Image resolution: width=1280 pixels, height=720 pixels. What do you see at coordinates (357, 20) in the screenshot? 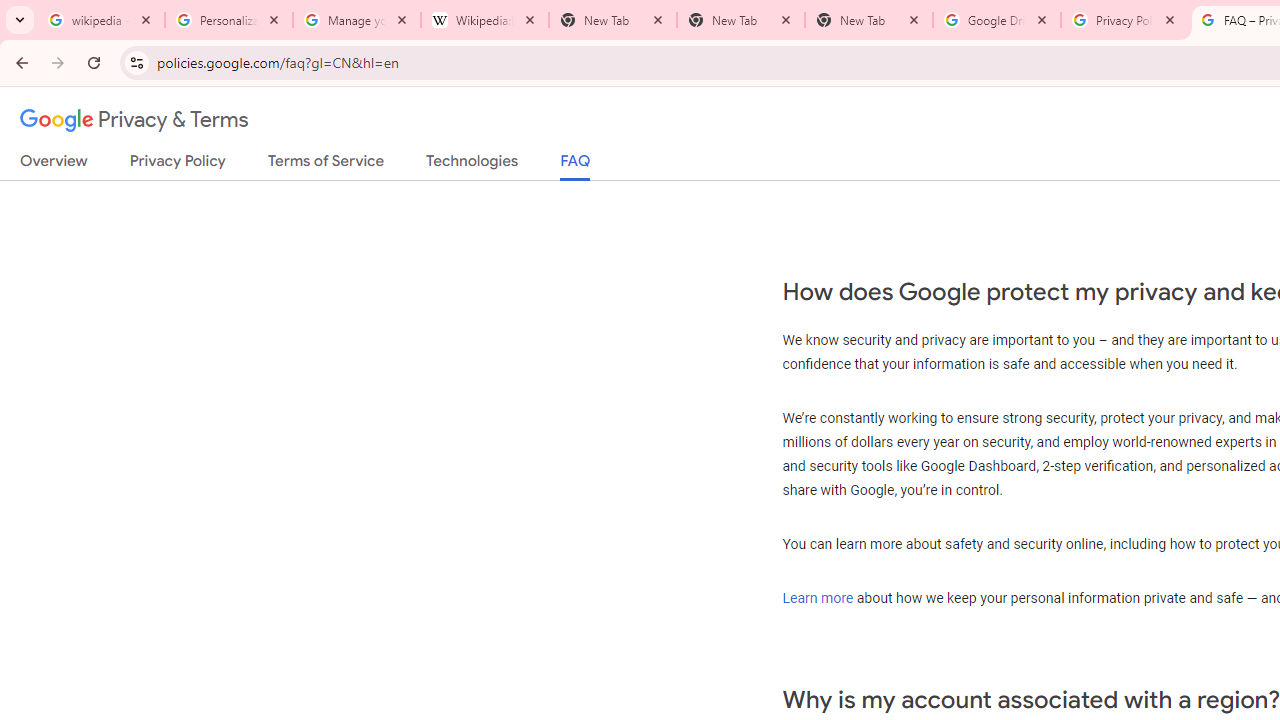
I see `'Manage your Location History - Google Search Help'` at bounding box center [357, 20].